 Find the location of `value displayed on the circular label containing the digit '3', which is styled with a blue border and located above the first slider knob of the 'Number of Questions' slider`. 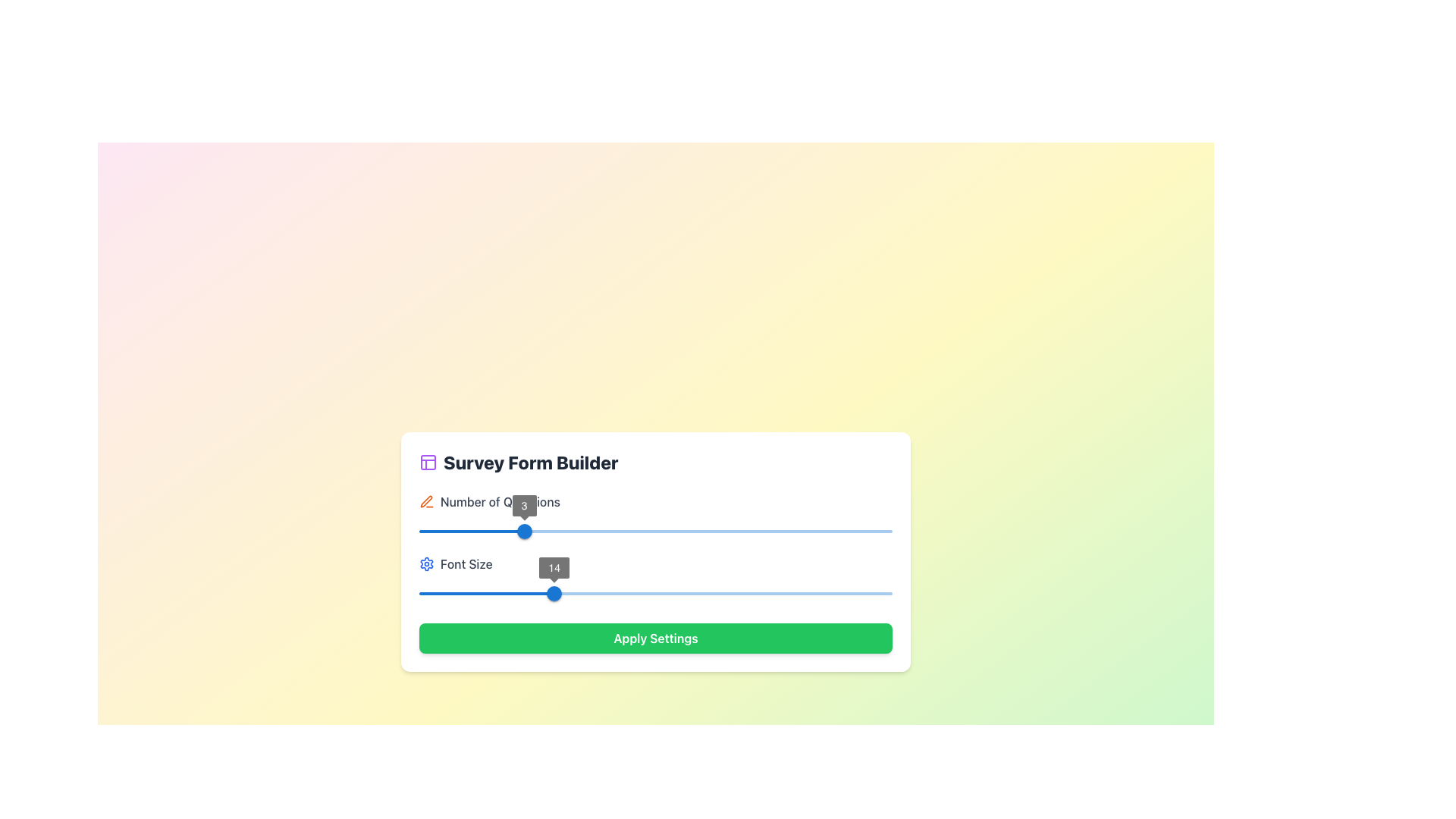

value displayed on the circular label containing the digit '3', which is styled with a blue border and located above the first slider knob of the 'Number of Questions' slider is located at coordinates (524, 506).